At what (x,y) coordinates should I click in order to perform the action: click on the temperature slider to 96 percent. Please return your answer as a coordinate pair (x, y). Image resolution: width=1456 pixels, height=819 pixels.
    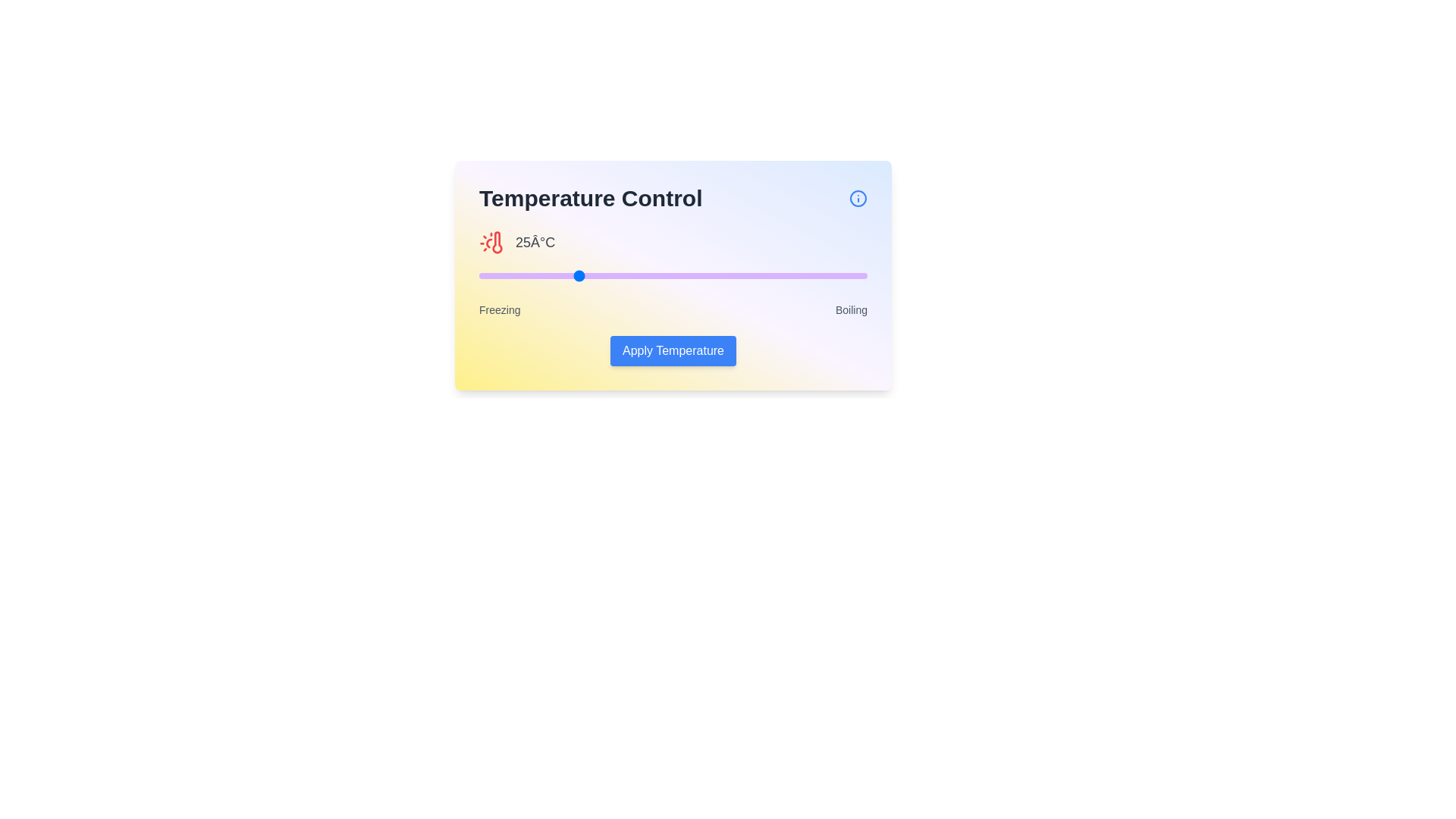
    Looking at the image, I should click on (852, 275).